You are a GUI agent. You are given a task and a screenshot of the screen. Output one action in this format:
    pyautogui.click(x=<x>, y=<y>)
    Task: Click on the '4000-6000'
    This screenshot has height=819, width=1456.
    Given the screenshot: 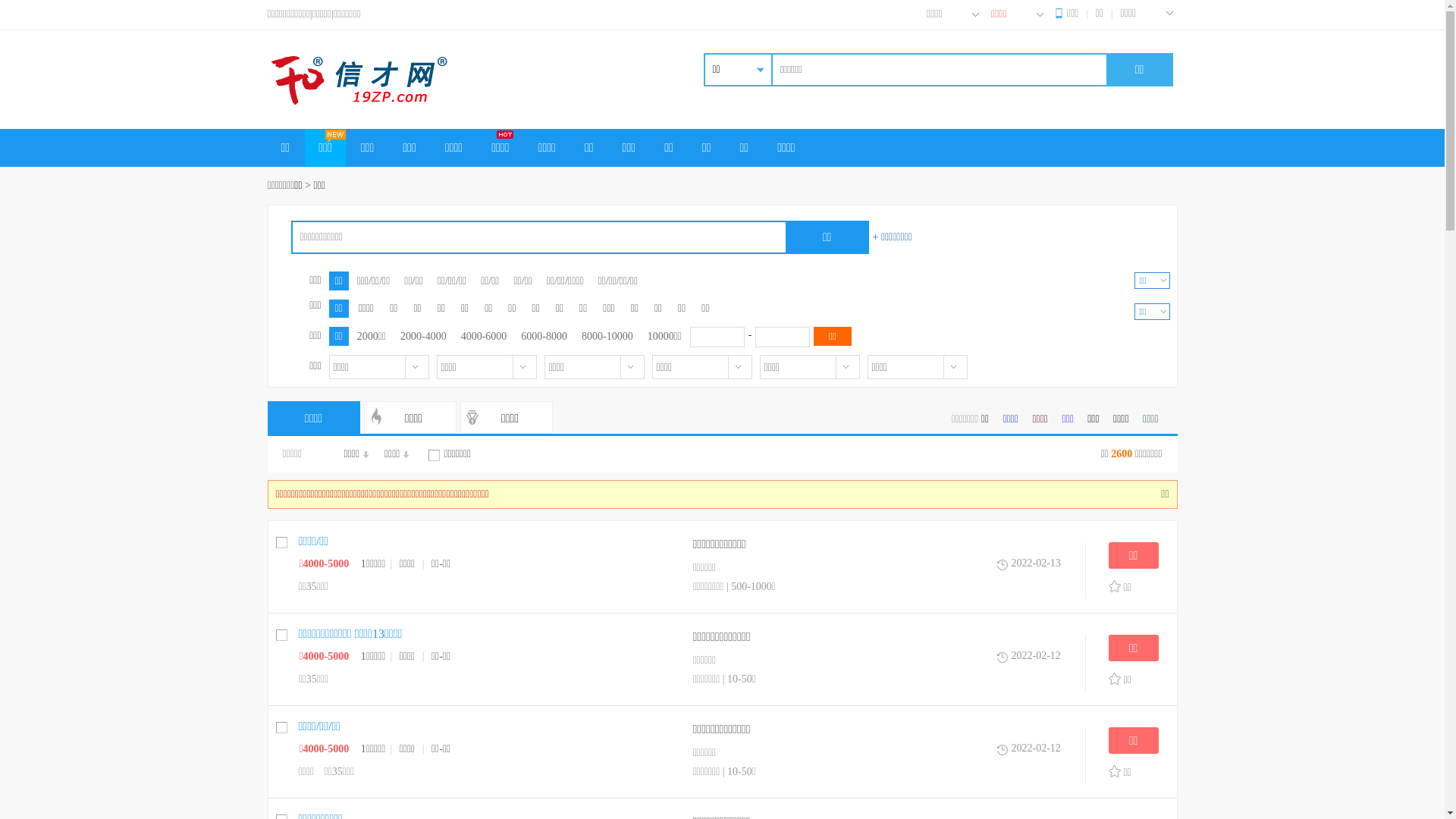 What is the action you would take?
    pyautogui.click(x=454, y=335)
    